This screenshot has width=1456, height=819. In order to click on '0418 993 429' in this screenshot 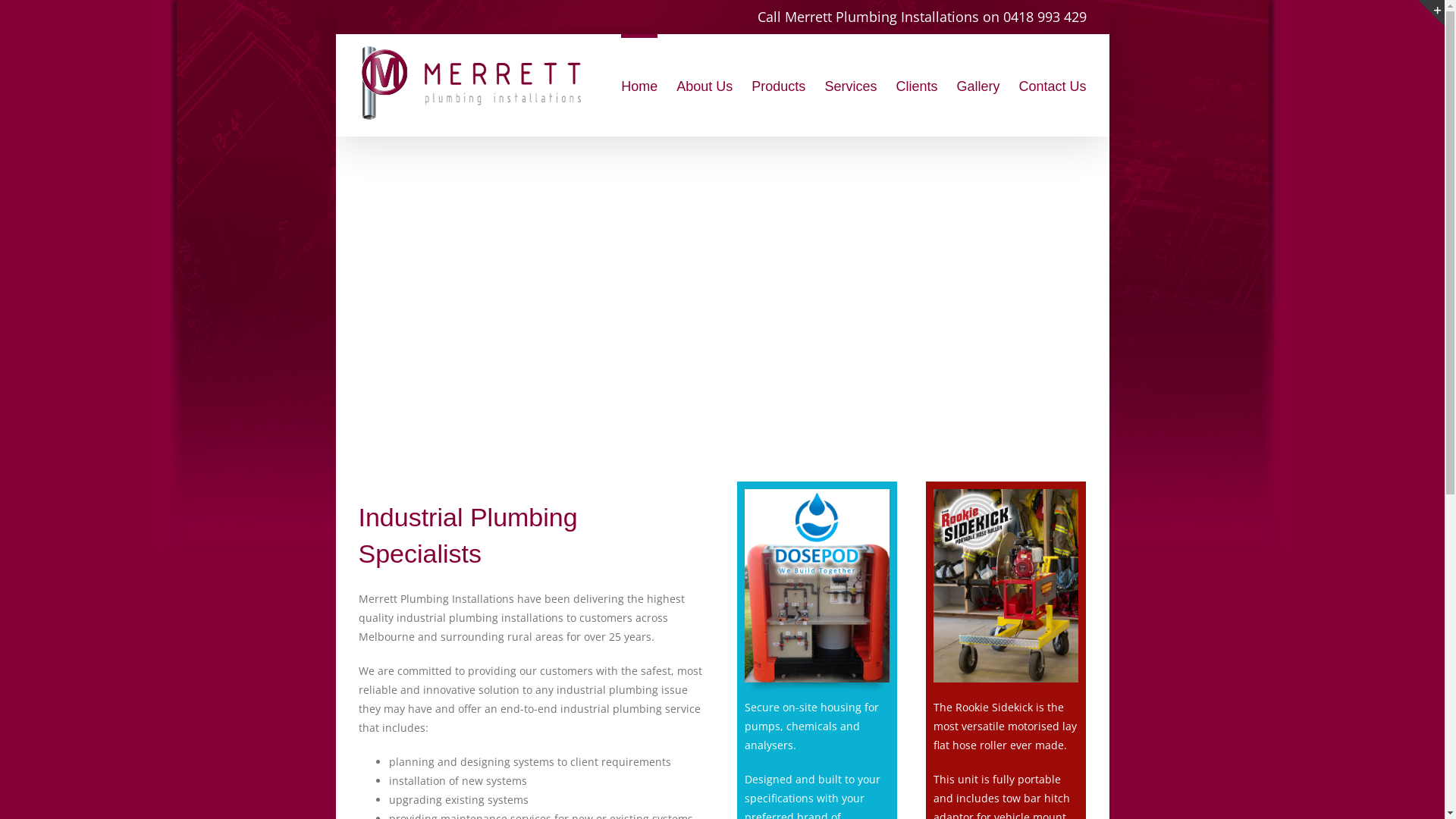, I will do `click(1002, 17)`.